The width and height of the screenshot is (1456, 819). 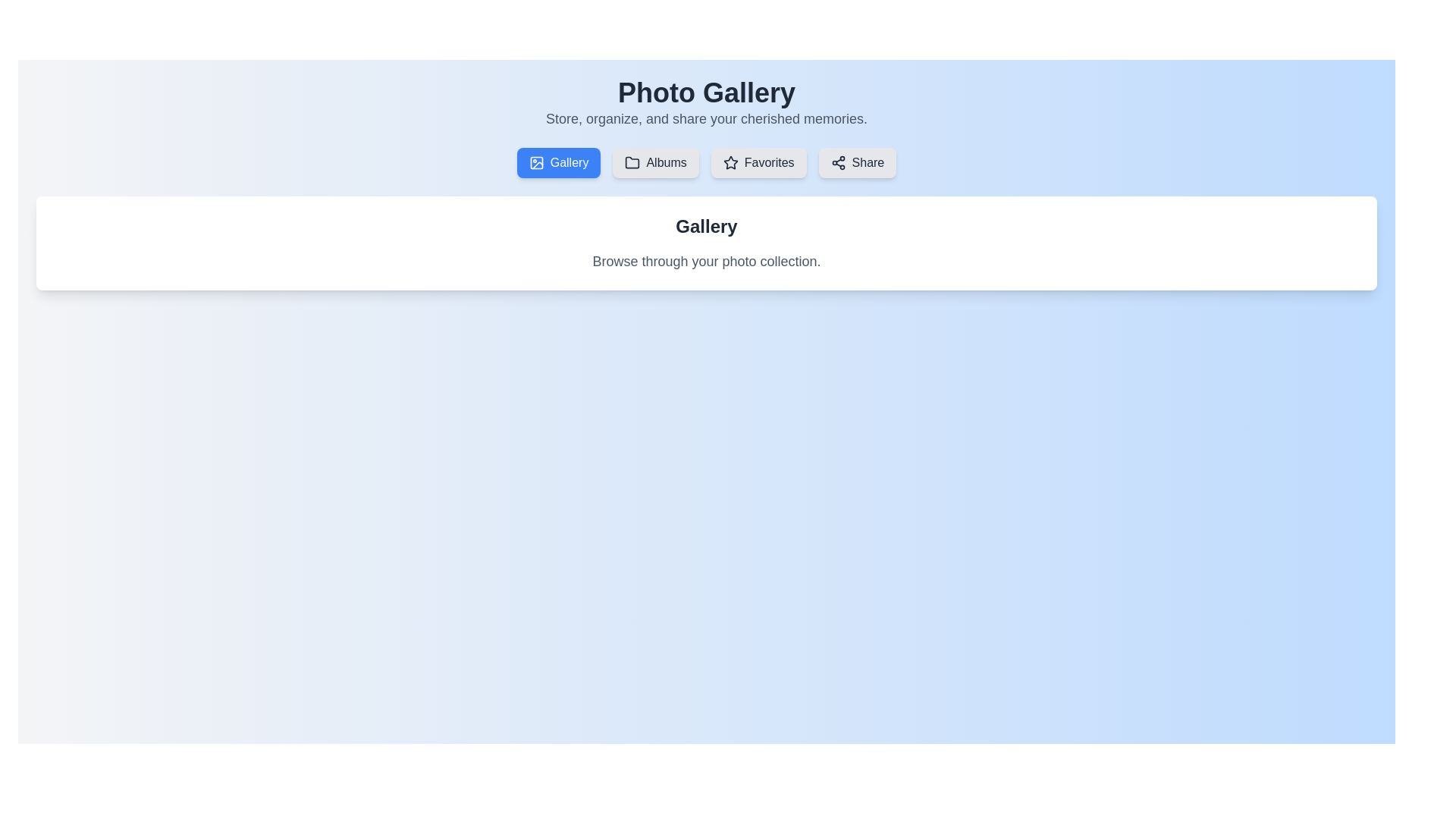 I want to click on the tab labeled Albums, so click(x=655, y=163).